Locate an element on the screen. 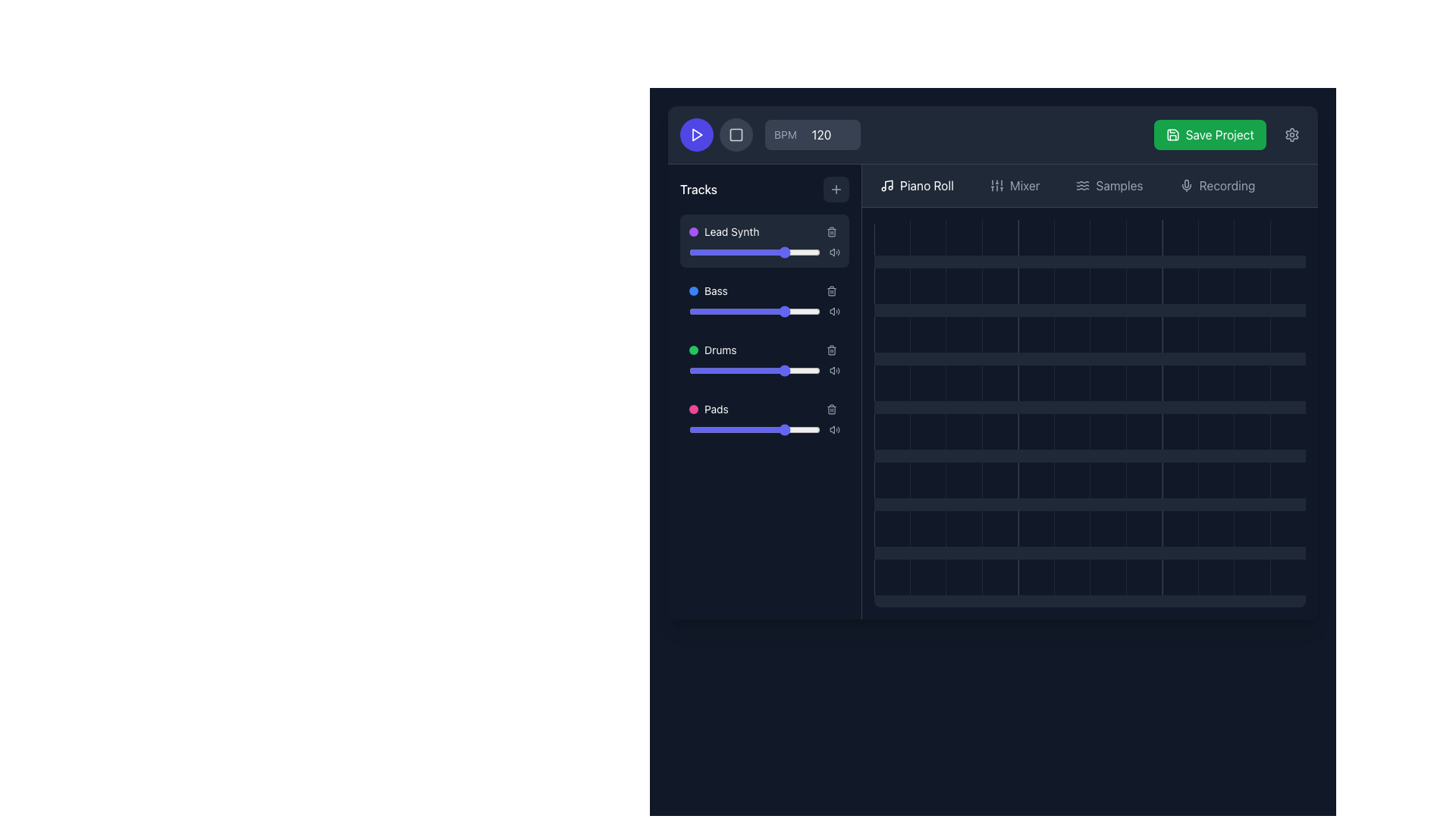 This screenshot has width=1456, height=819. the 'Save Project' button with a green background and white text located in the top-right corner of the interface is located at coordinates (1209, 133).